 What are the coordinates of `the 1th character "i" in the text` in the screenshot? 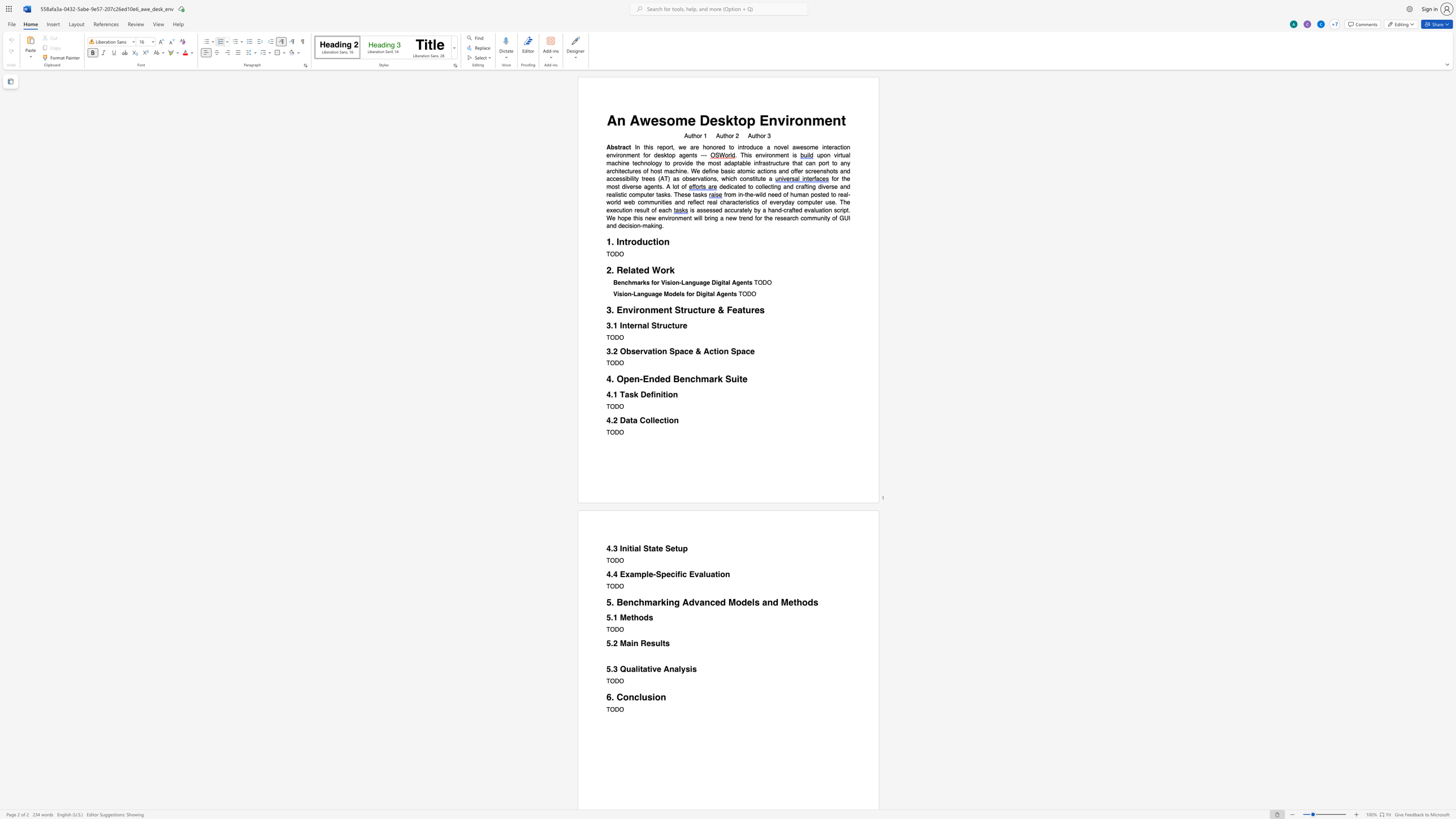 It's located at (676, 574).